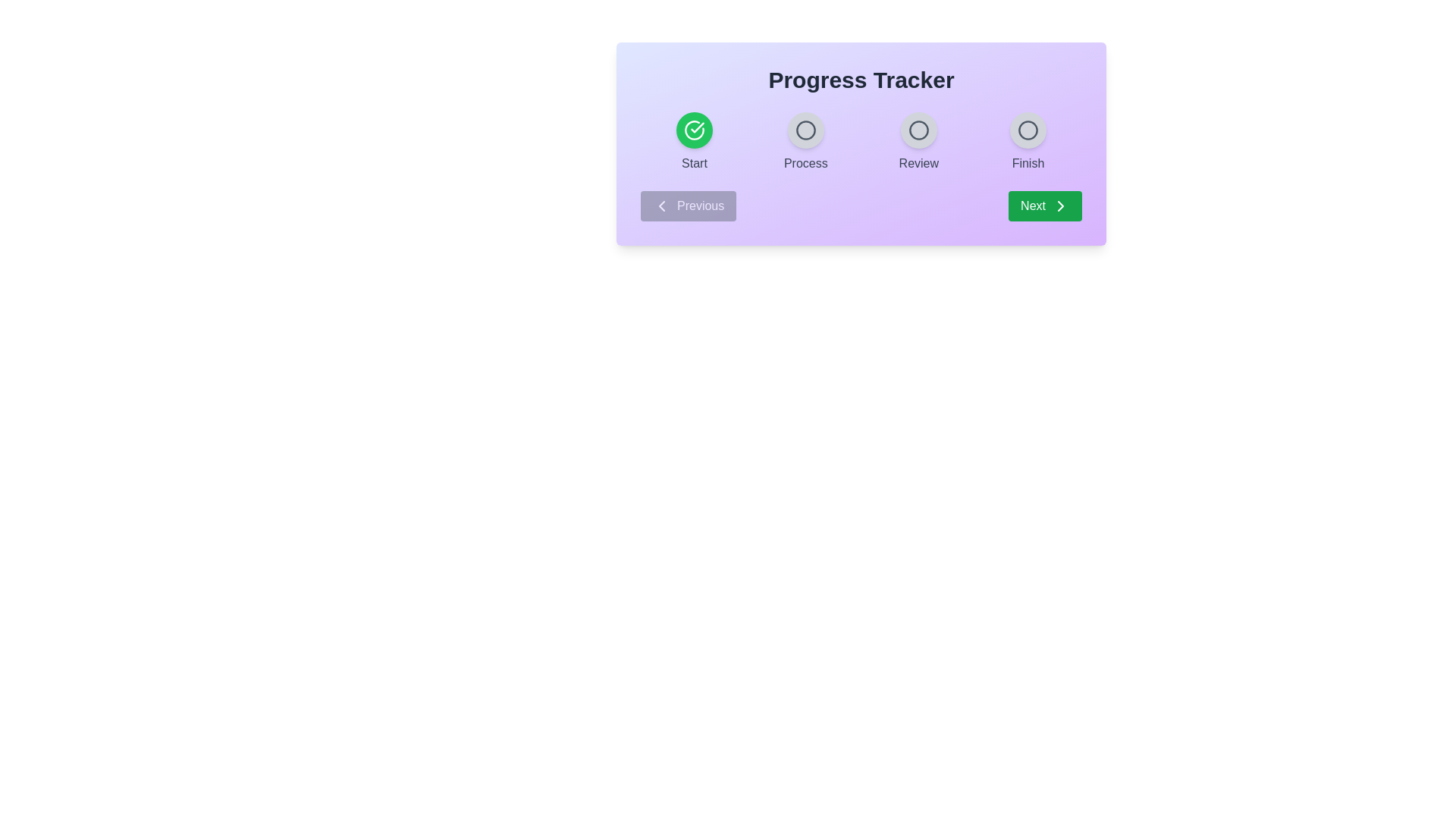 The width and height of the screenshot is (1456, 819). I want to click on the third circular graphic component in the progress tracker interface, which is aligned with the text 'Finish' below it, so click(1028, 130).